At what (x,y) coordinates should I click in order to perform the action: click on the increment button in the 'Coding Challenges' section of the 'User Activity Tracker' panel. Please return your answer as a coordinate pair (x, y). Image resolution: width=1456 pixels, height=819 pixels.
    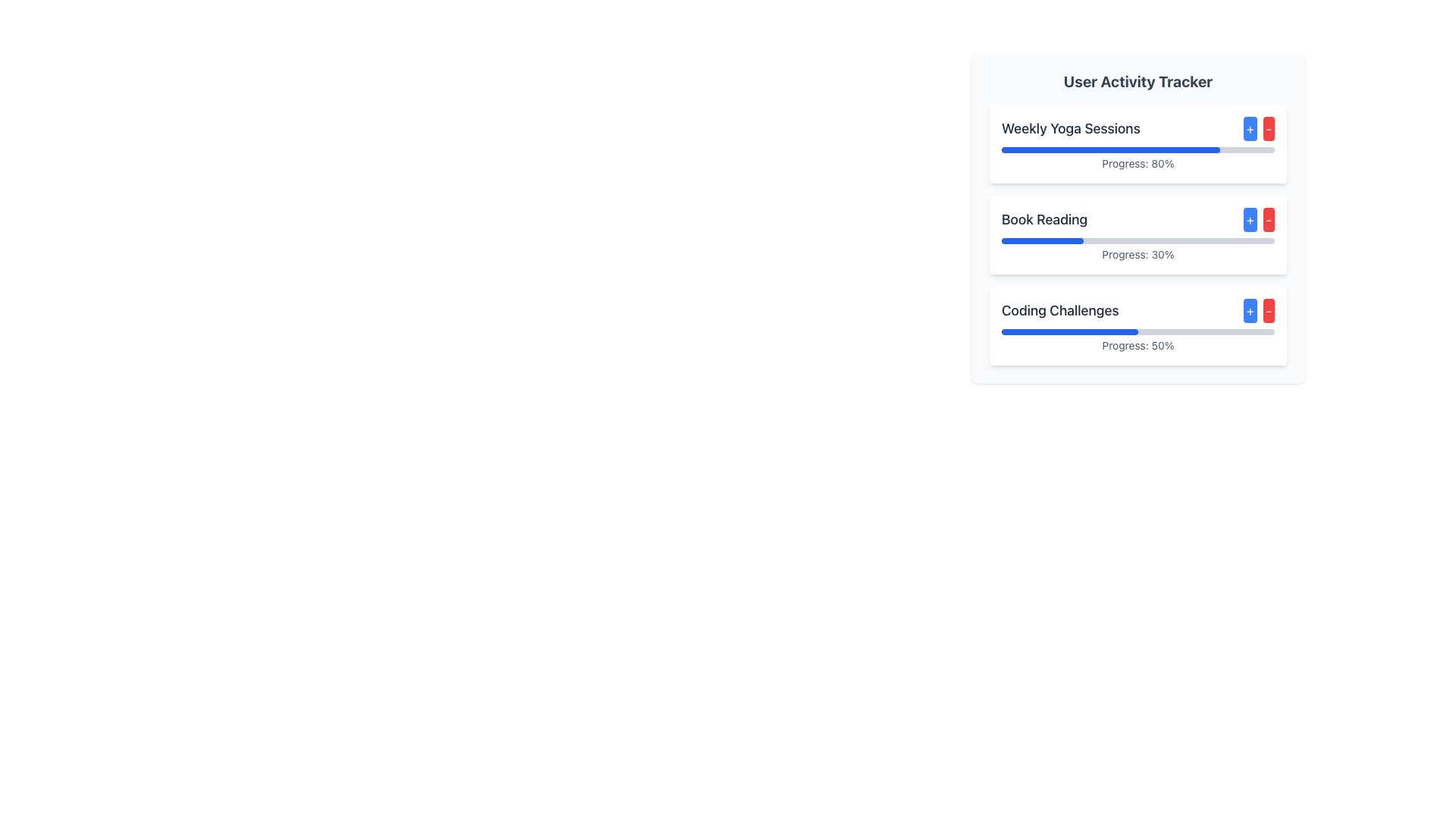
    Looking at the image, I should click on (1250, 309).